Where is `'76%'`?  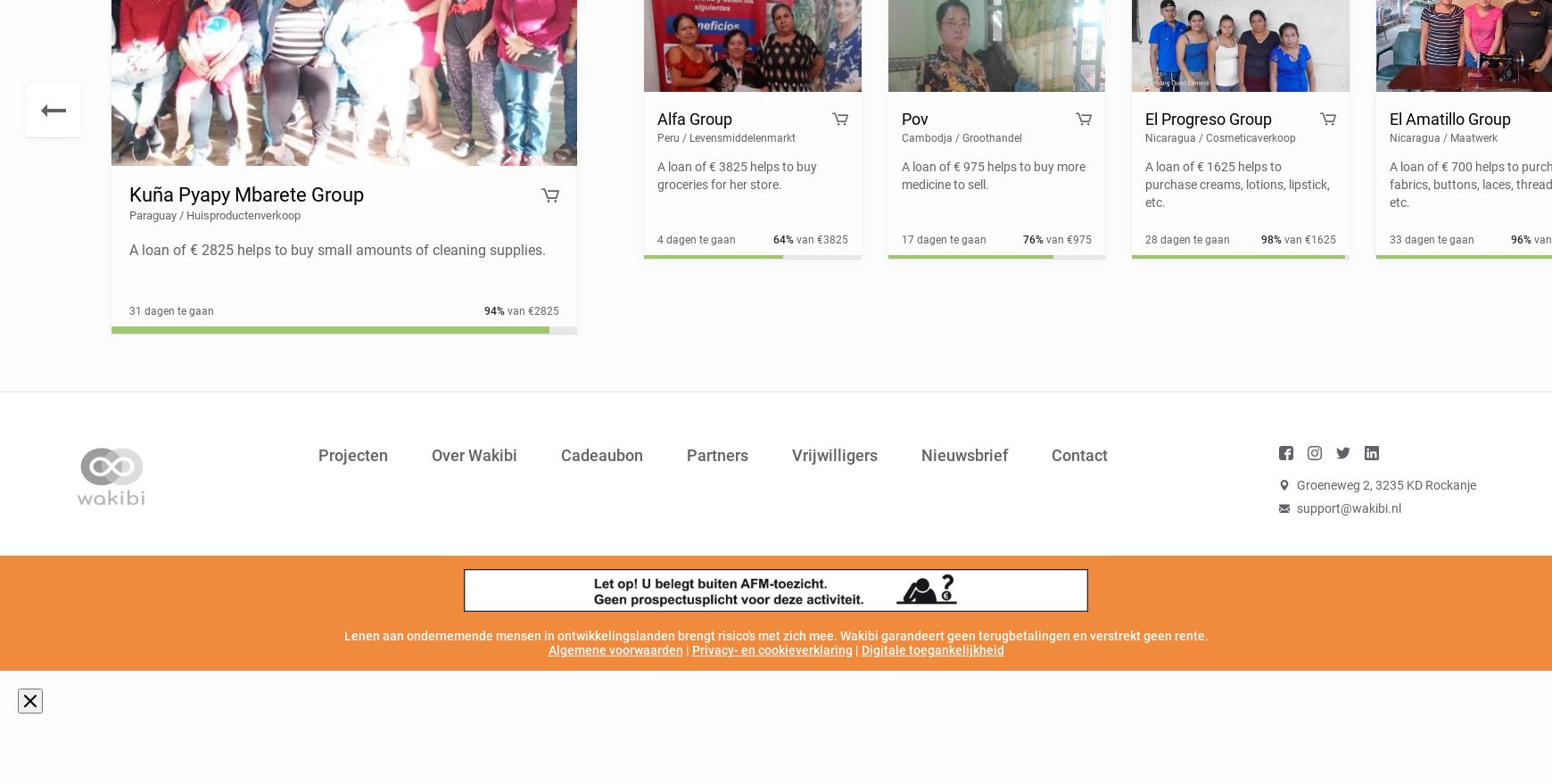
'76%' is located at coordinates (1033, 238).